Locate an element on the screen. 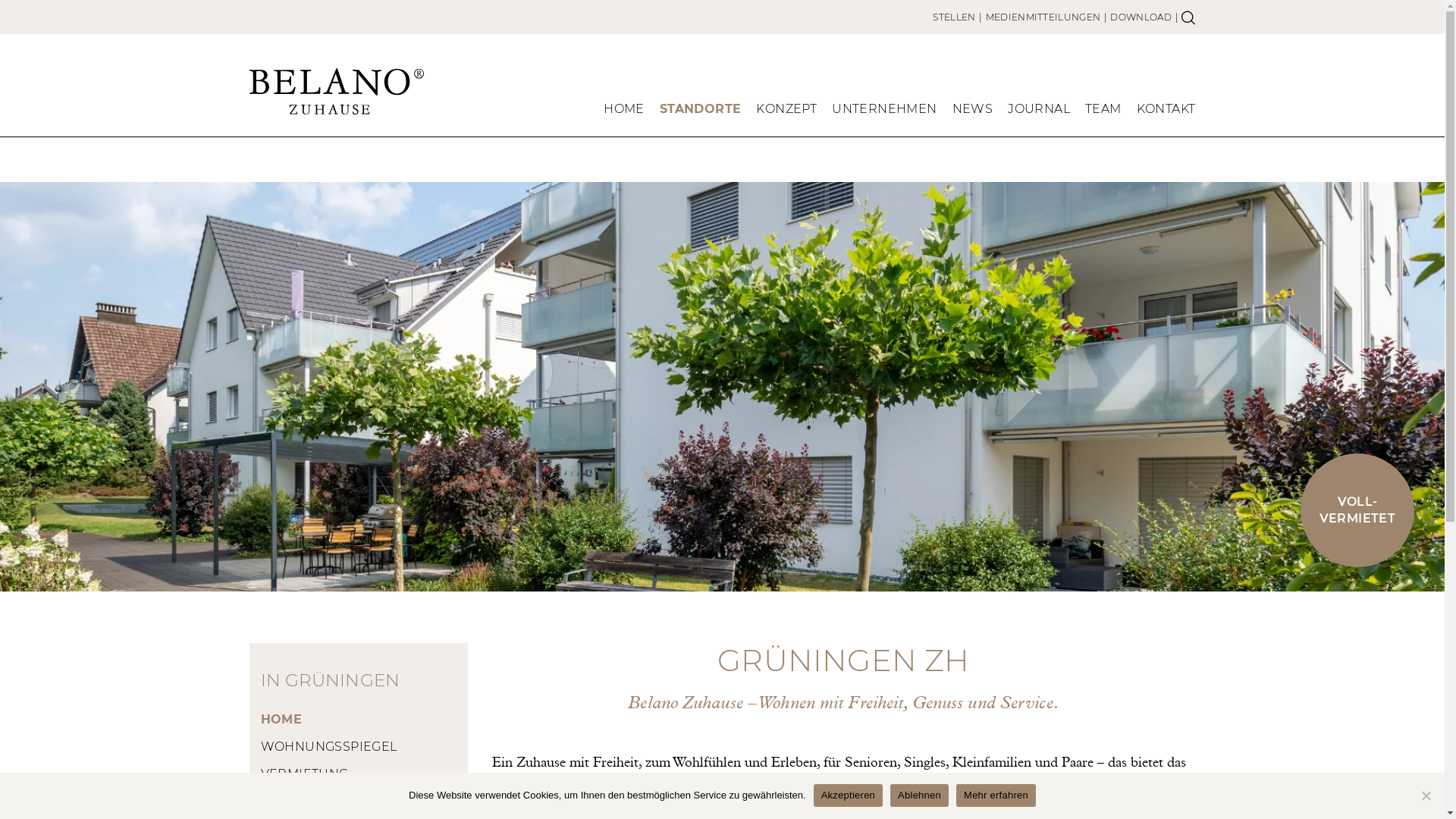  'KONTAKT' is located at coordinates (1165, 111).